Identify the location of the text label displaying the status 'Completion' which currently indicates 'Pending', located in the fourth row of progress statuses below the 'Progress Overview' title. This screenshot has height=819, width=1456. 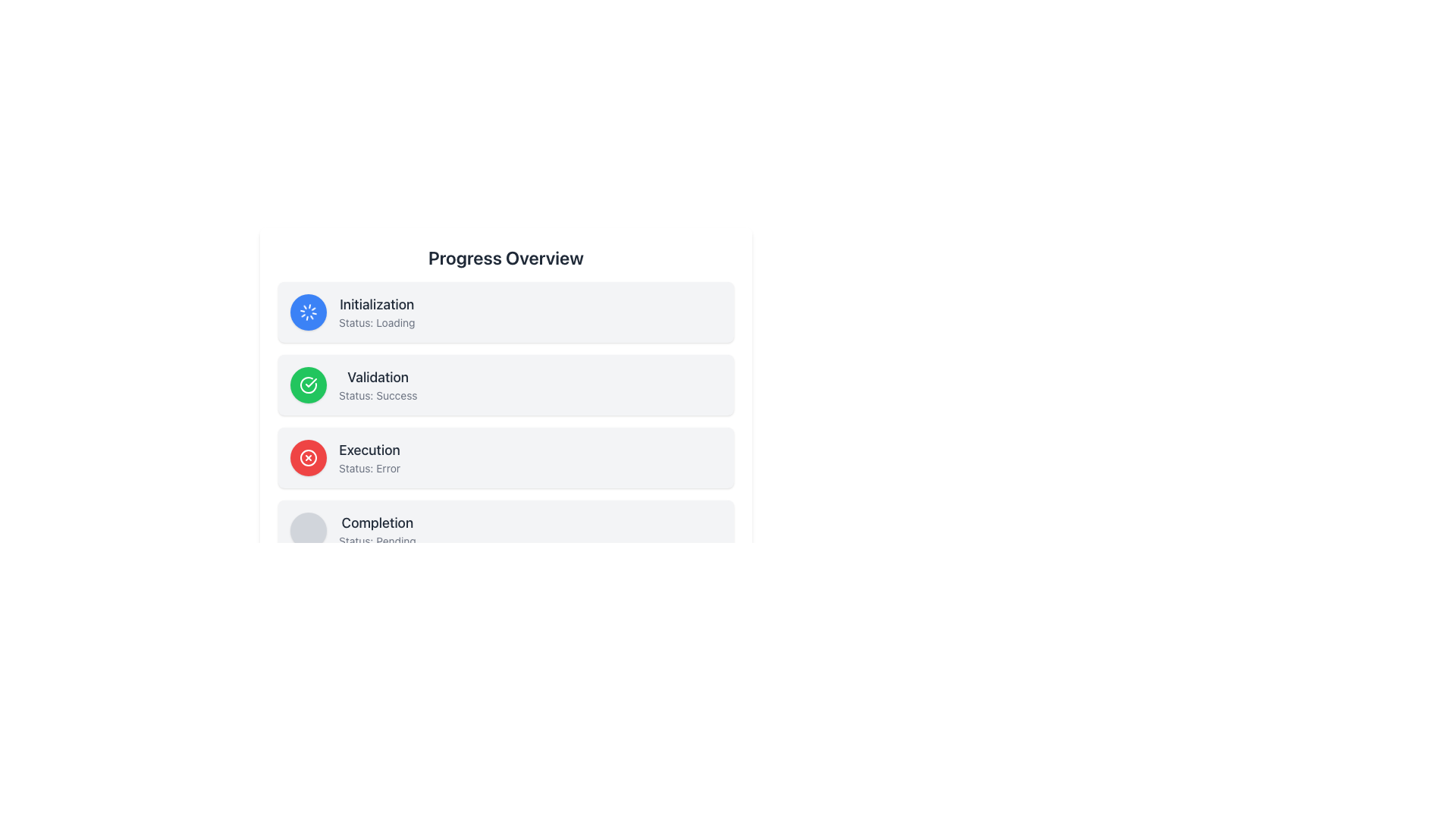
(377, 529).